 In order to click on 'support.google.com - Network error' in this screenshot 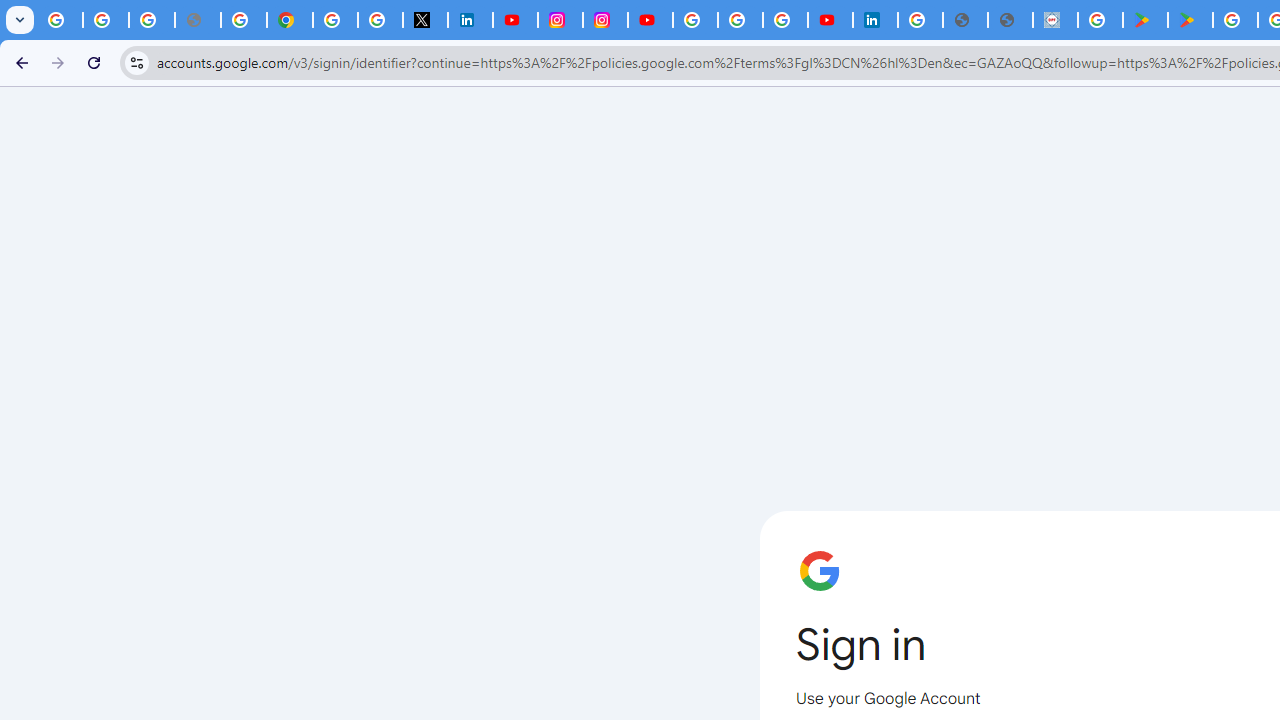, I will do `click(198, 20)`.